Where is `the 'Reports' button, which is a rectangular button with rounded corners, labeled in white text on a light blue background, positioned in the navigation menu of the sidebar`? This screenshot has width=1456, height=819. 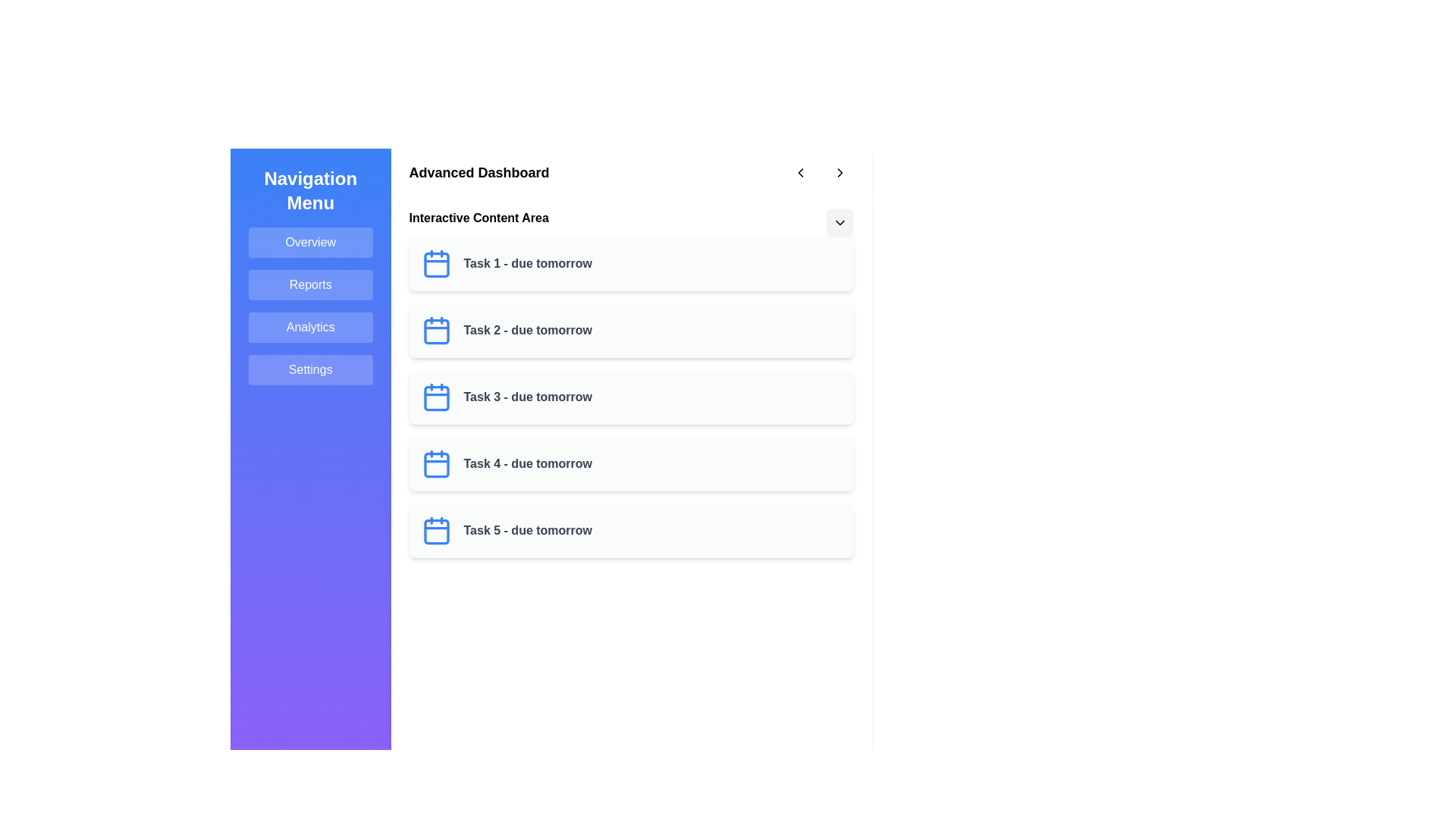
the 'Reports' button, which is a rectangular button with rounded corners, labeled in white text on a light blue background, positioned in the navigation menu of the sidebar is located at coordinates (309, 284).